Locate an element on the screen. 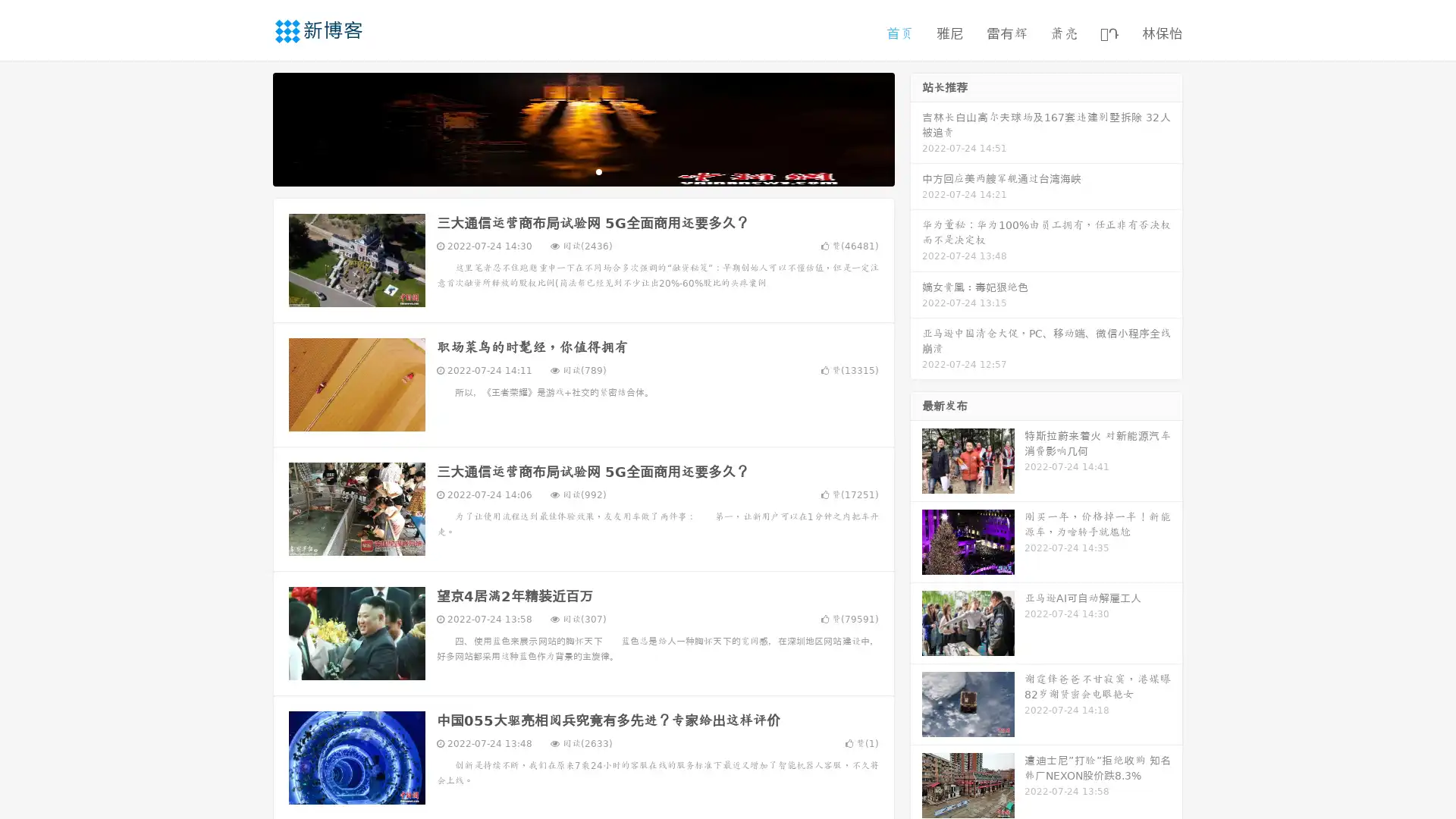 The image size is (1456, 819). Go to slide 3 is located at coordinates (598, 171).